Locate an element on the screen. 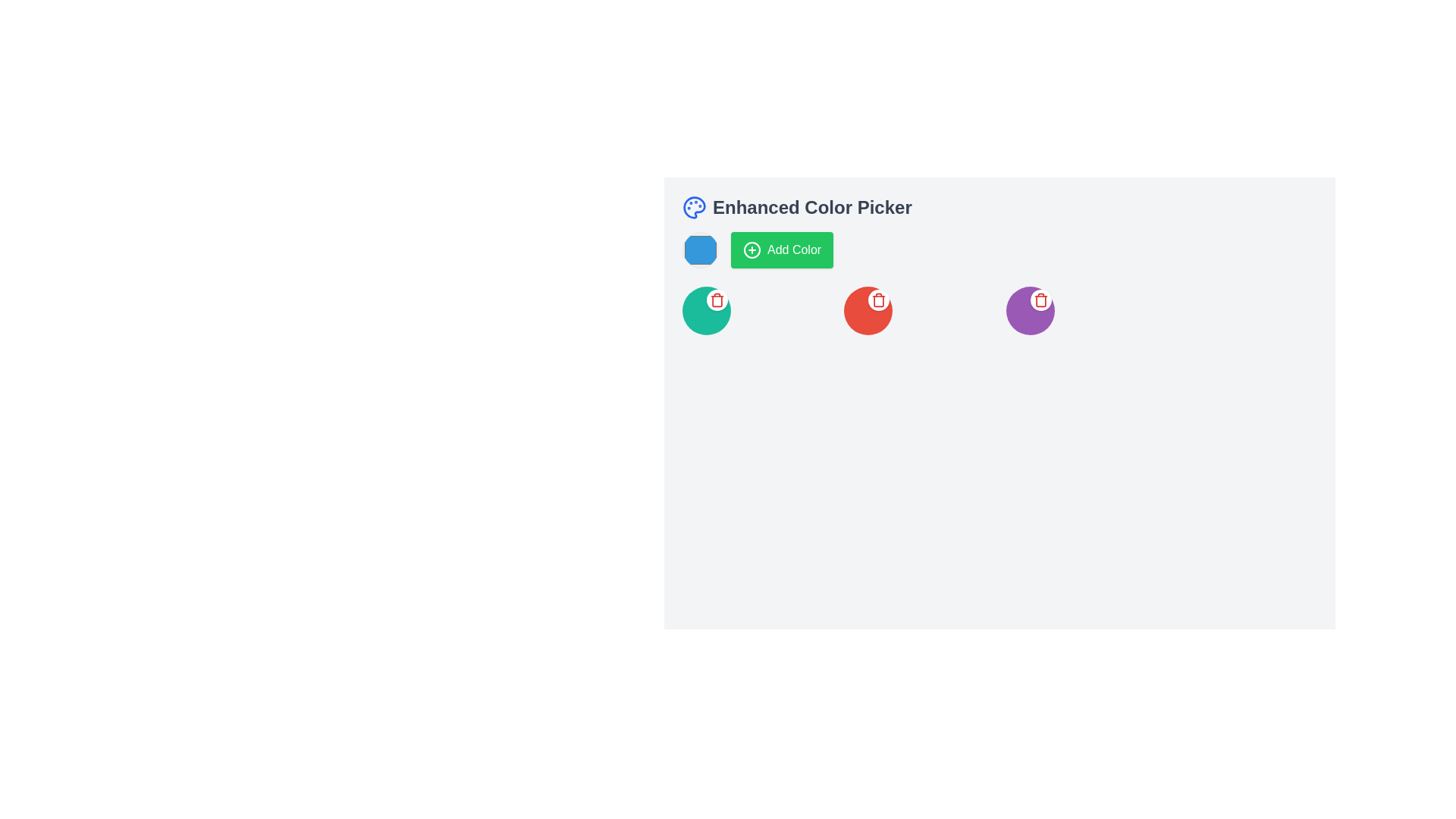 Image resolution: width=1456 pixels, height=819 pixels. the trash icon button located in the top-right corner of the teal circular area beneath the 'Enhanced Color Picker' interface title is located at coordinates (716, 300).